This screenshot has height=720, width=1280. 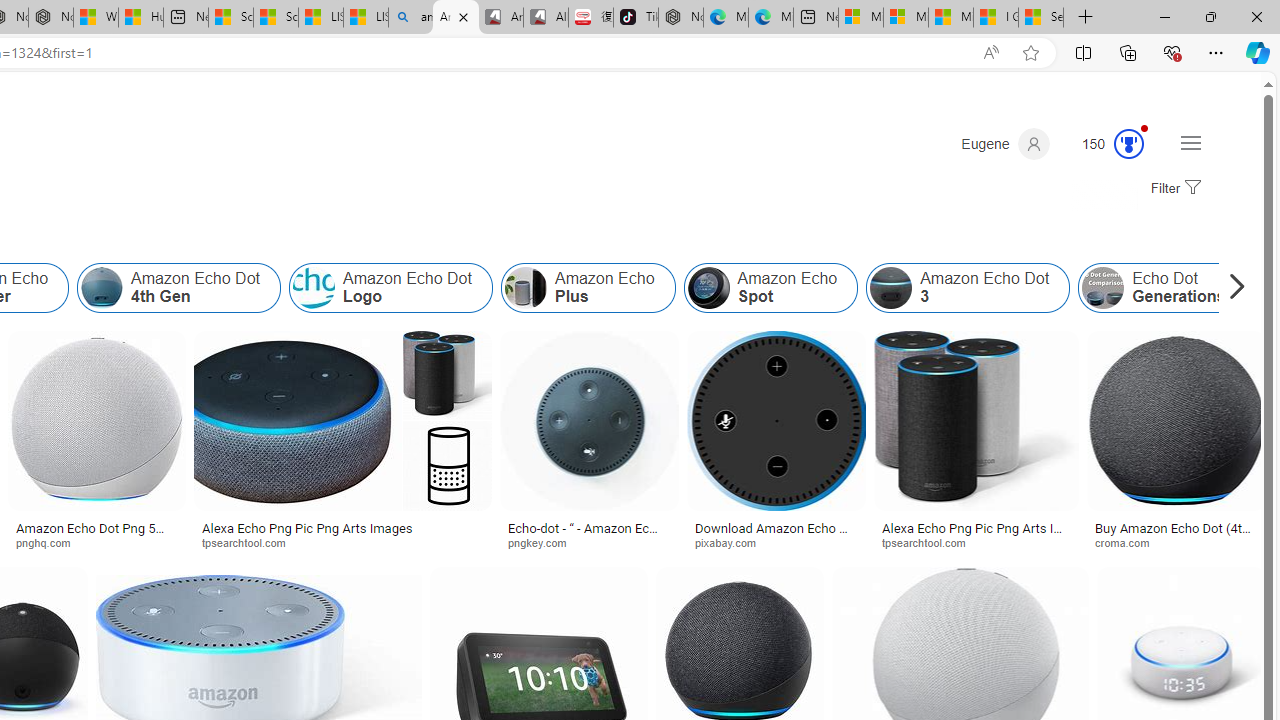 What do you see at coordinates (454, 17) in the screenshot?
I see `'Amazon Echo Dot PNG - Search Images'` at bounding box center [454, 17].